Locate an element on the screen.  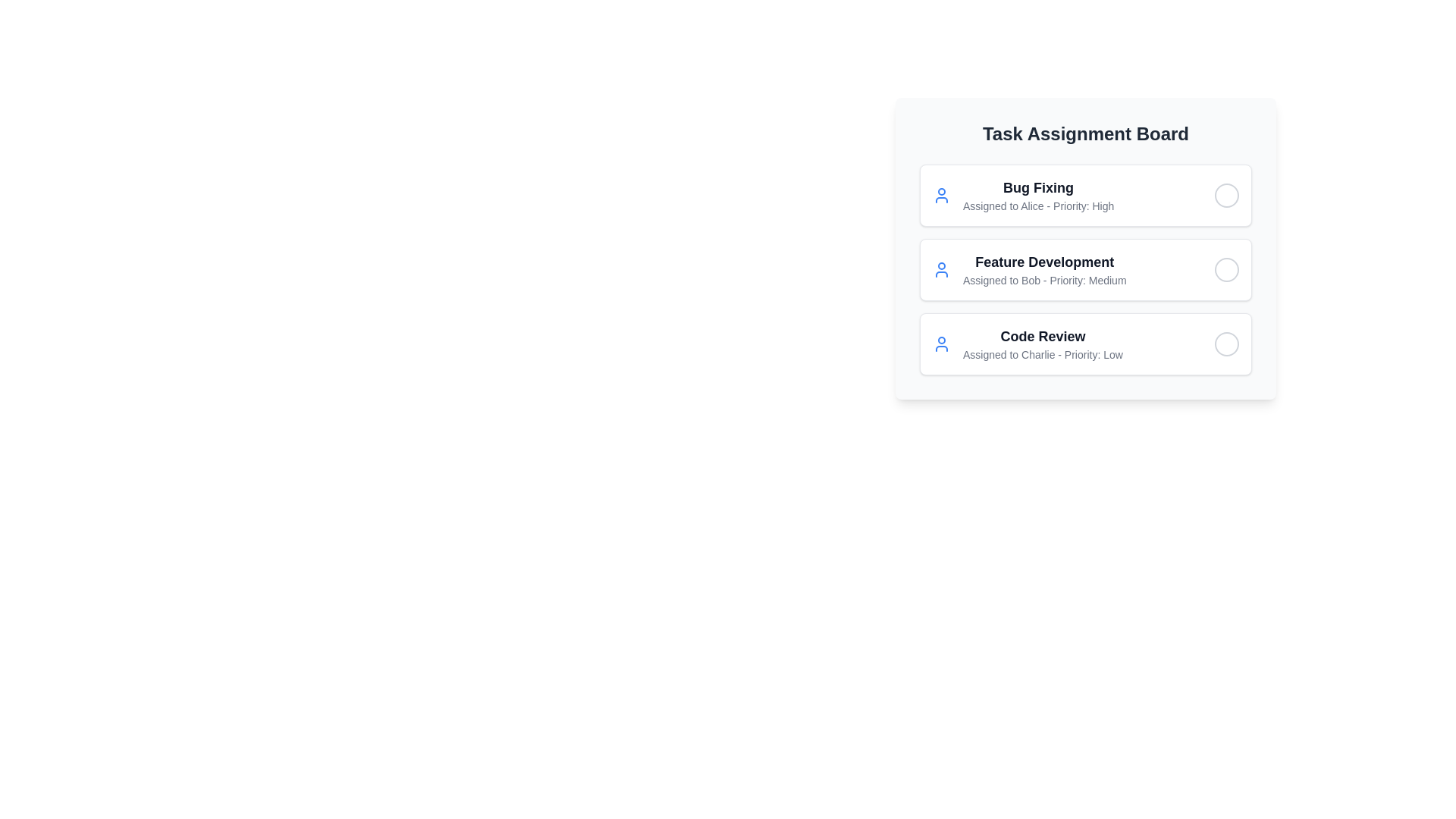
the circular button with a light border located on the far right of the second row in the task list for the task 'Feature Development' is located at coordinates (1226, 268).